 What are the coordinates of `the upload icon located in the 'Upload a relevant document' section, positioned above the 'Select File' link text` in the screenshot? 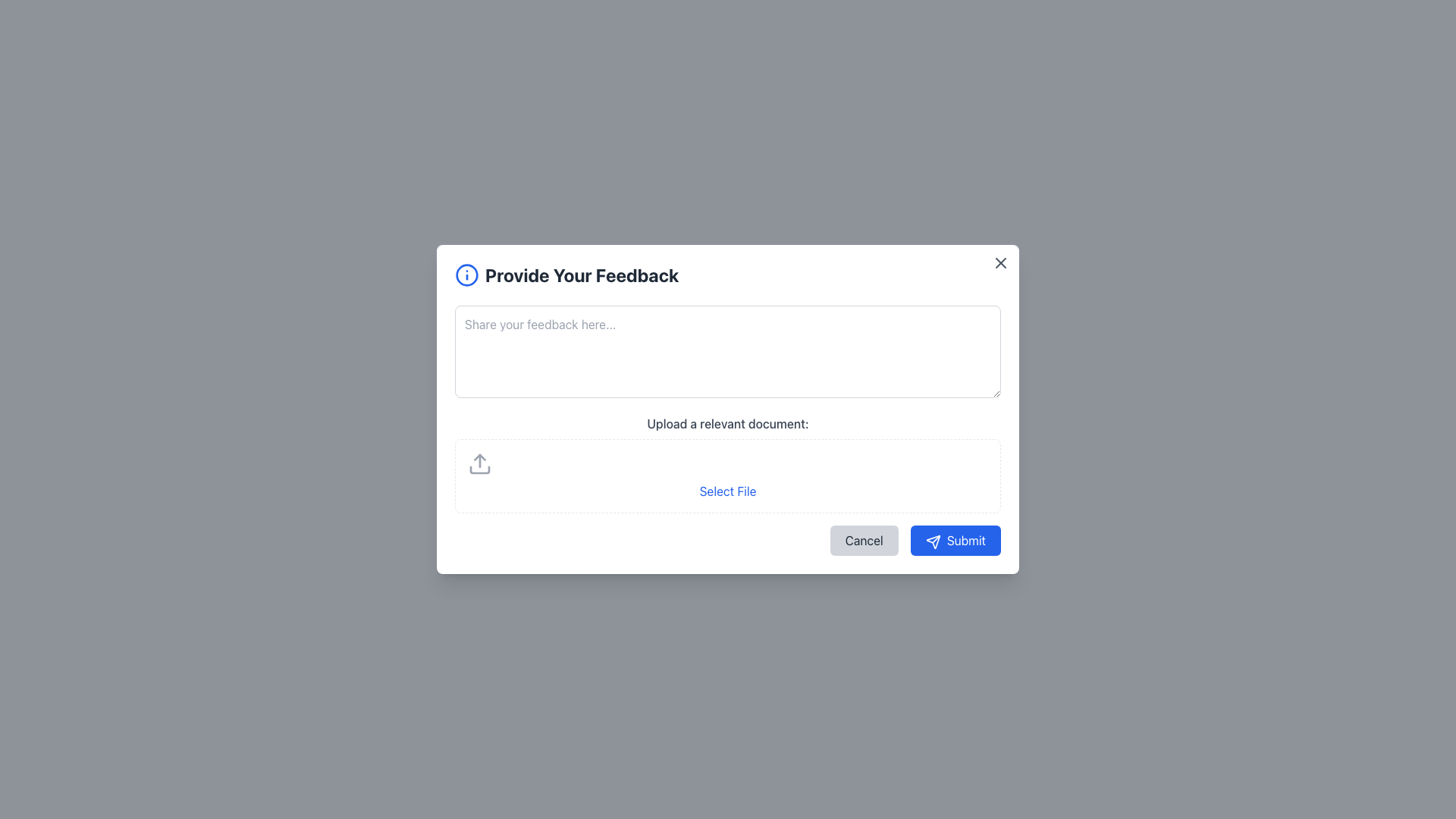 It's located at (479, 463).